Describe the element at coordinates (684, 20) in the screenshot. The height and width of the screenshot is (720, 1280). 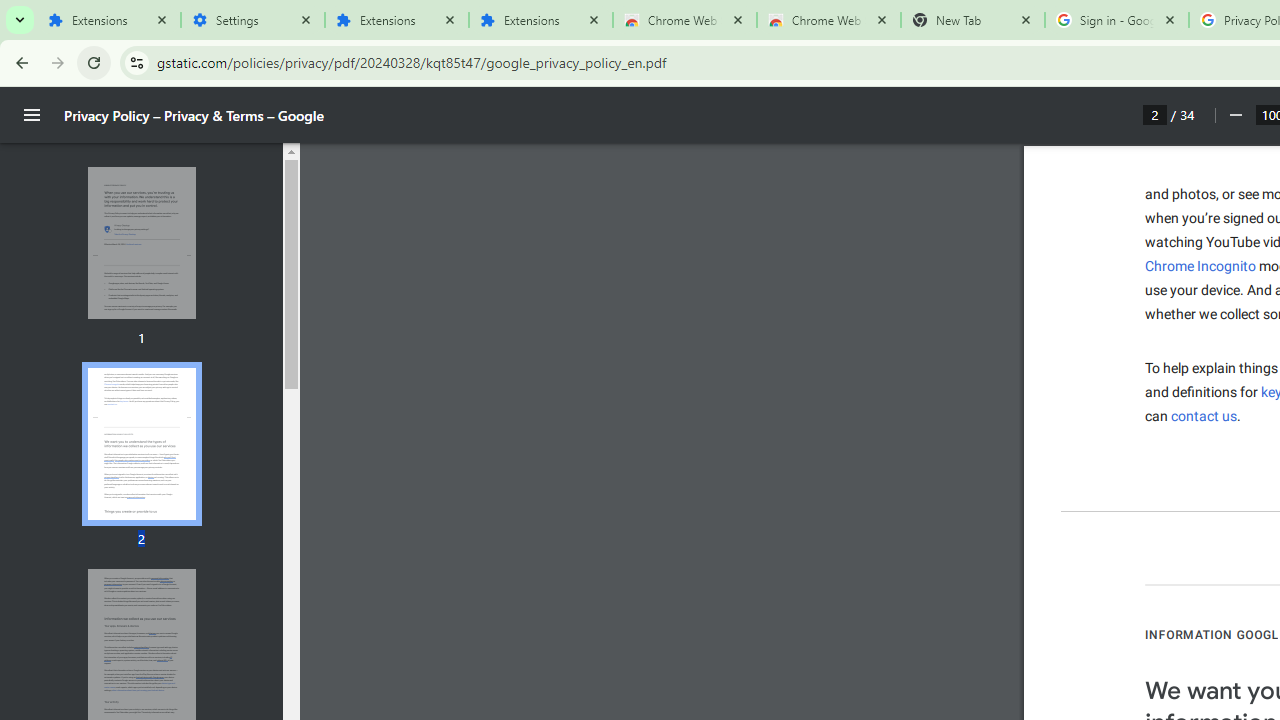
I see `'Chrome Web Store'` at that location.